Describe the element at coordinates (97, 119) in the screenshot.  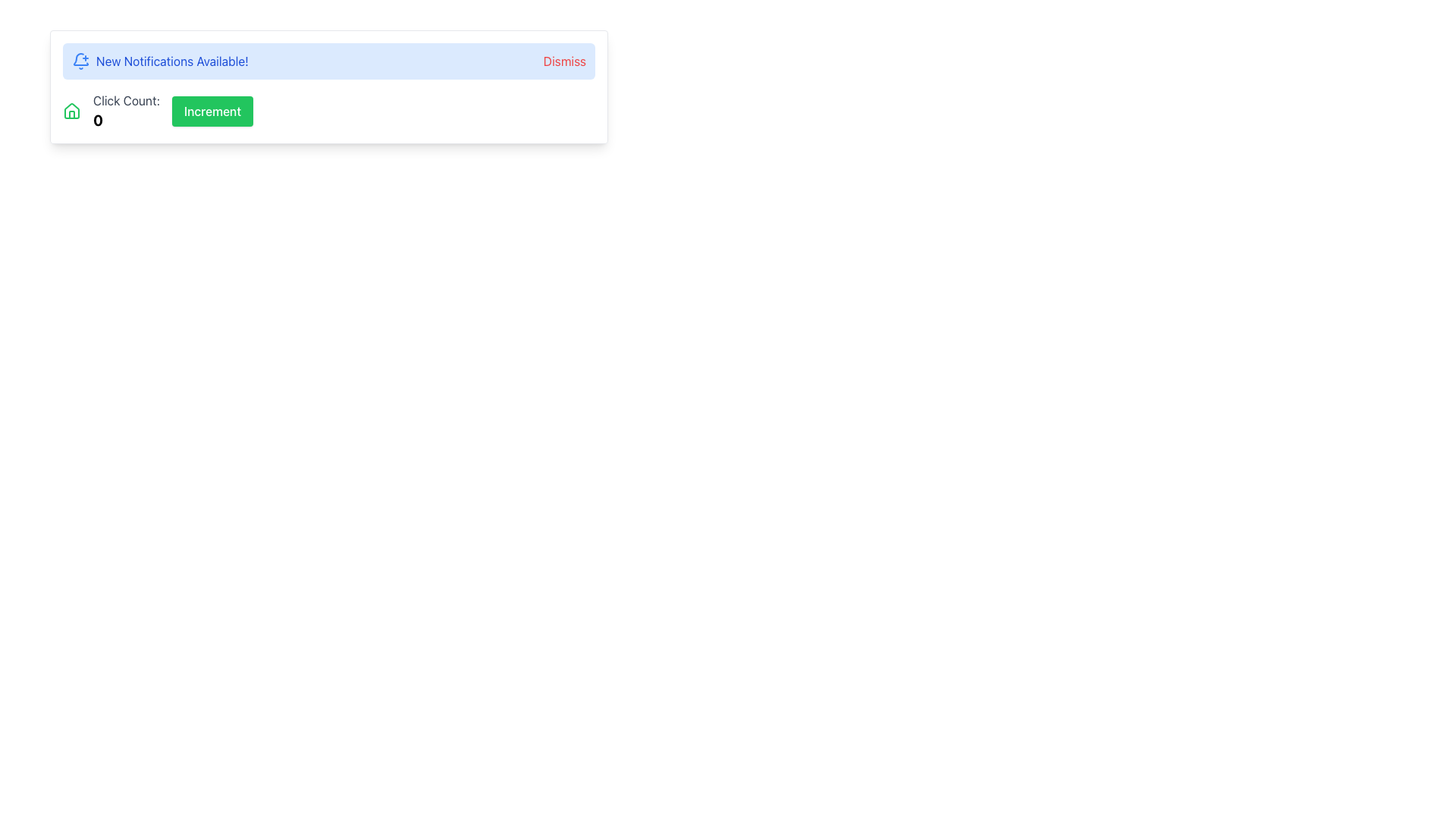
I see `the static text display field that shows the current count of clicks, located immediately to the right of the 'Click Count:' label and above the 'Increment' button` at that location.